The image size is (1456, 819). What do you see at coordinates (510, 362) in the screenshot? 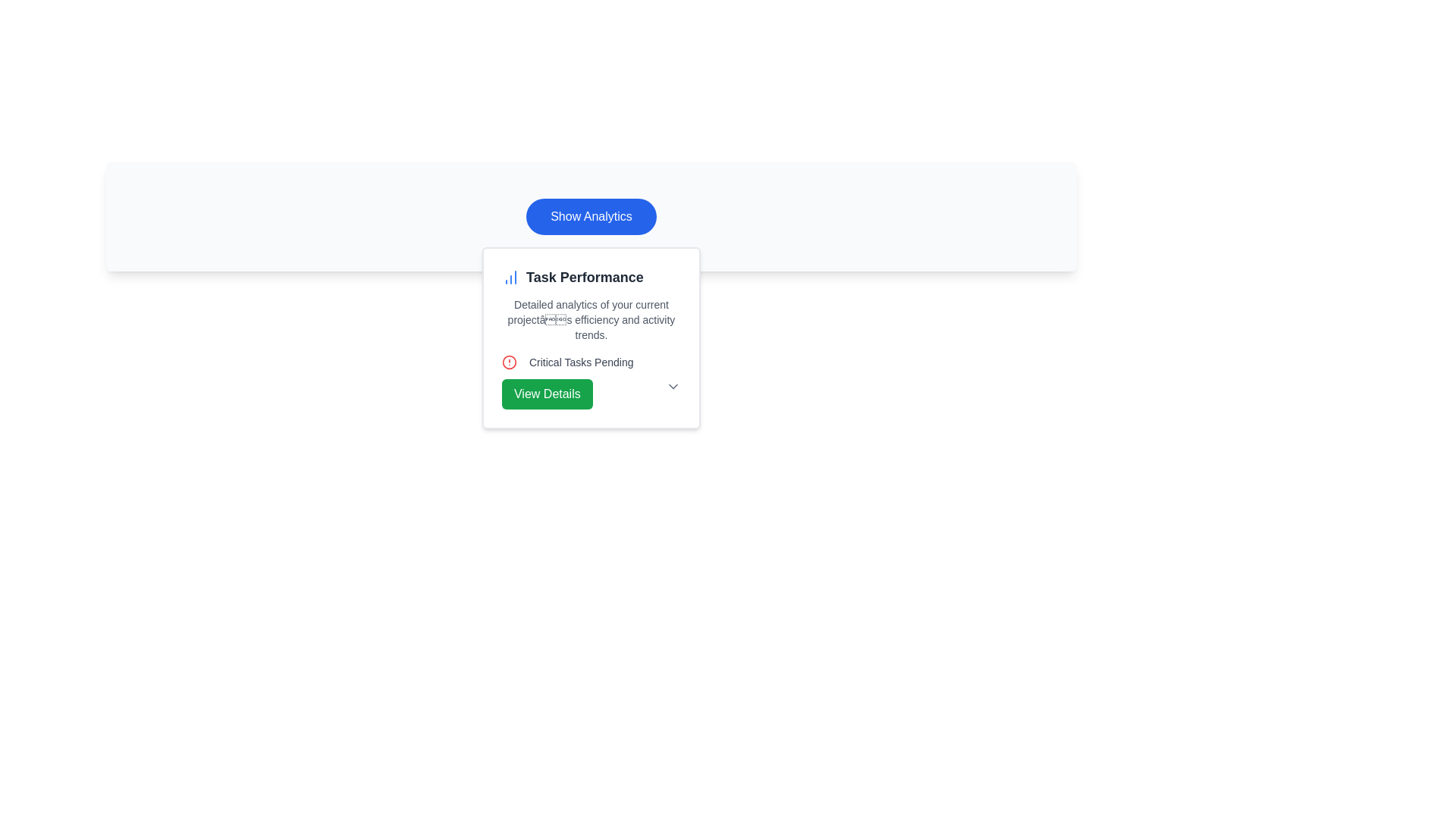
I see `the alert information by clicking on the Alert Icon located to the left of the text 'Critical Tasks Pending' in the notification section under the 'Task Performance' card` at bounding box center [510, 362].